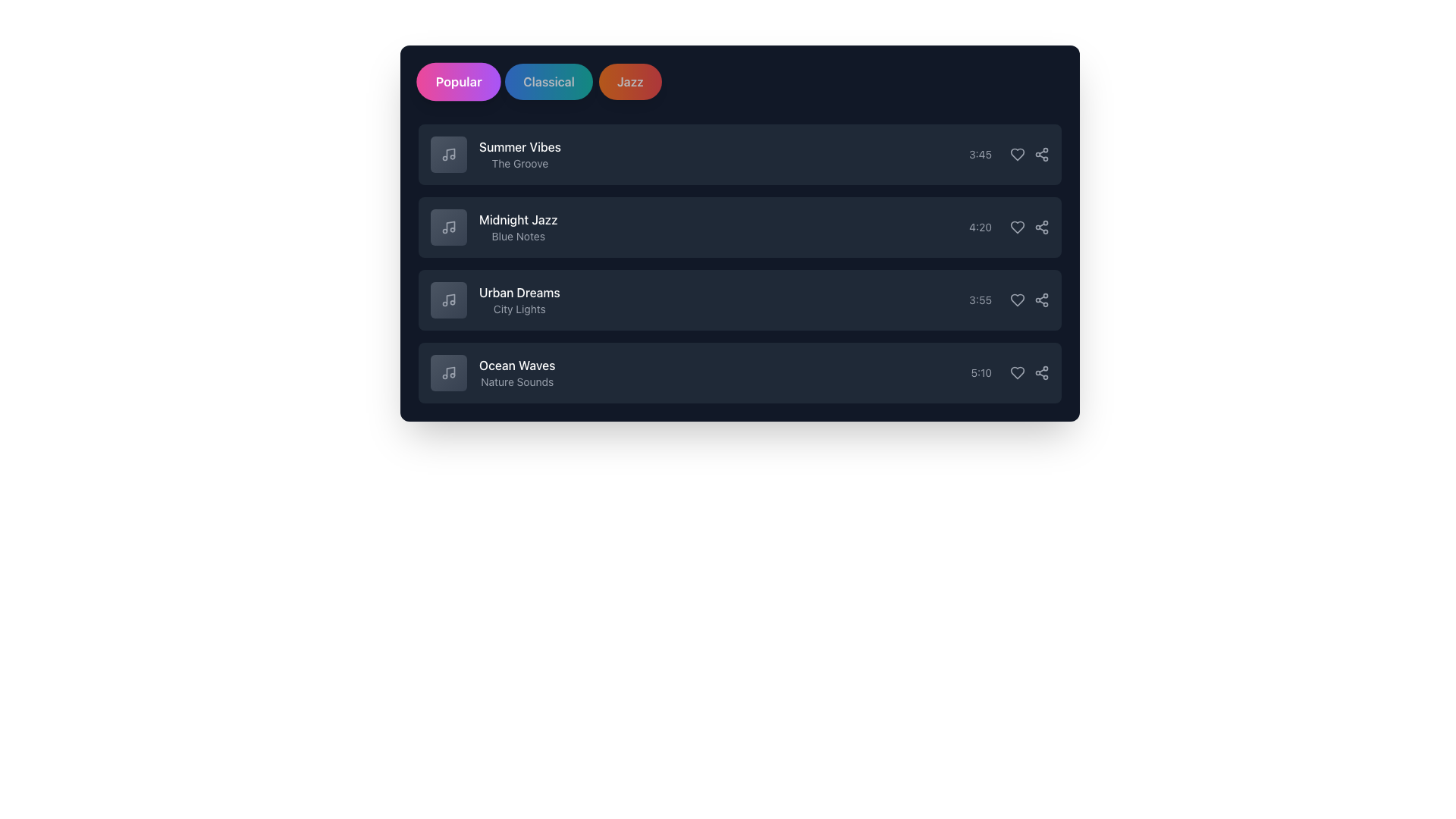  I want to click on the share icon located in the top-right corner of the 'Summer Vibes' song entry, adjacent to the song duration ('3:45'), so click(1030, 155).